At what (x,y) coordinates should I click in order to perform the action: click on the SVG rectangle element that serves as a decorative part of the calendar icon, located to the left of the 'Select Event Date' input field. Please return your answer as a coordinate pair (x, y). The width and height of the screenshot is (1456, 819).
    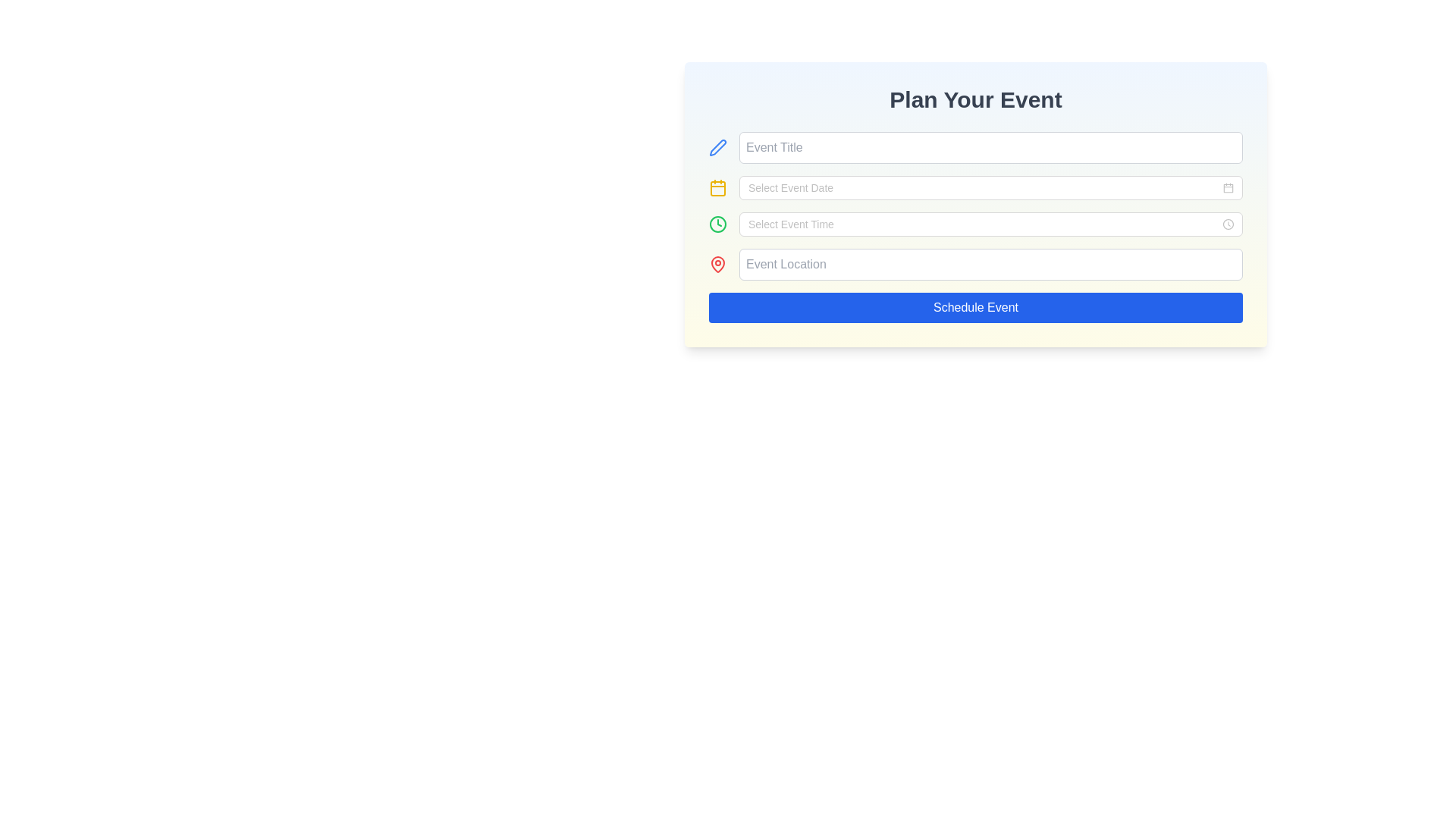
    Looking at the image, I should click on (717, 188).